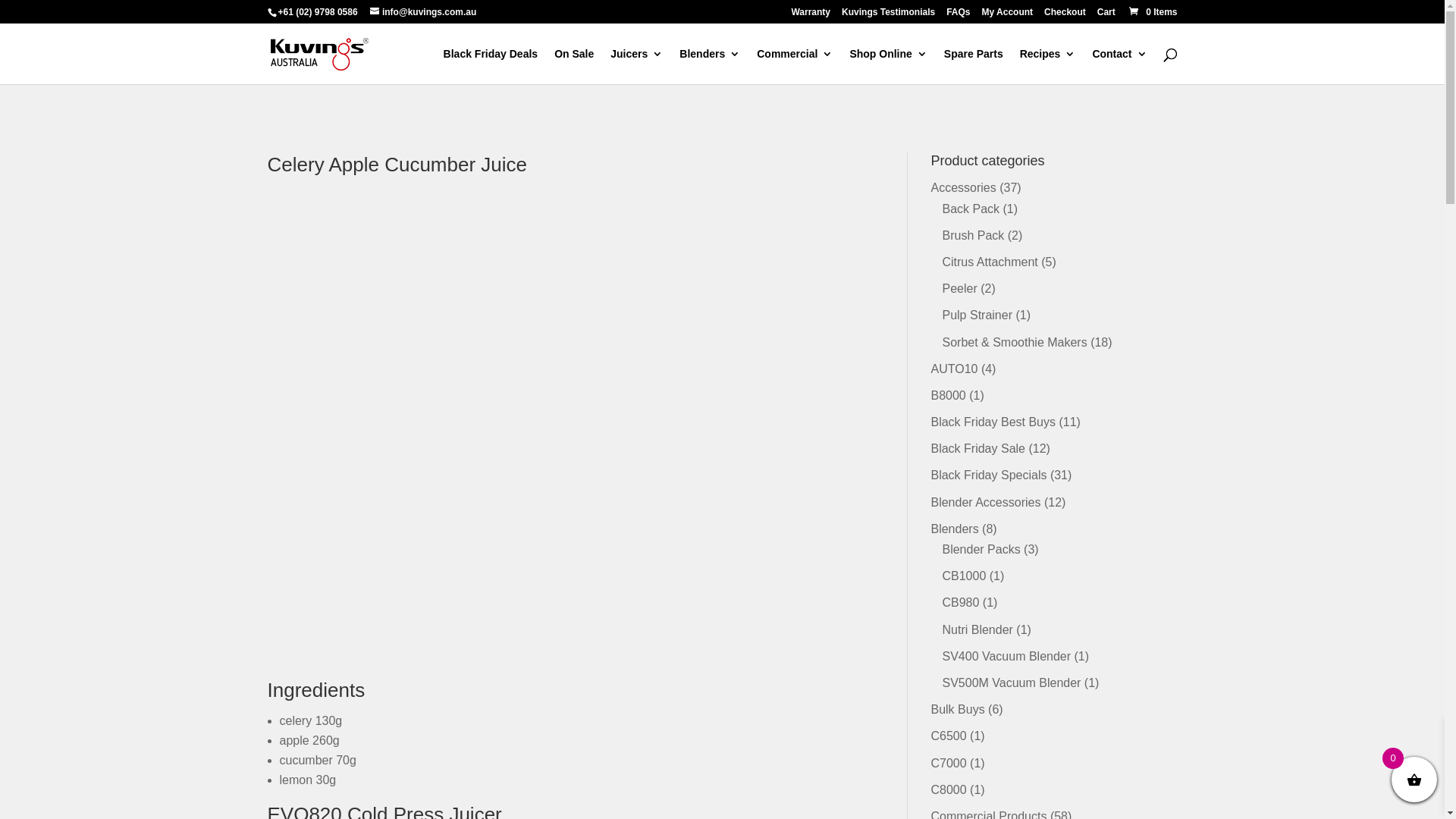 This screenshot has height=819, width=1456. I want to click on 'On Sale', so click(573, 65).